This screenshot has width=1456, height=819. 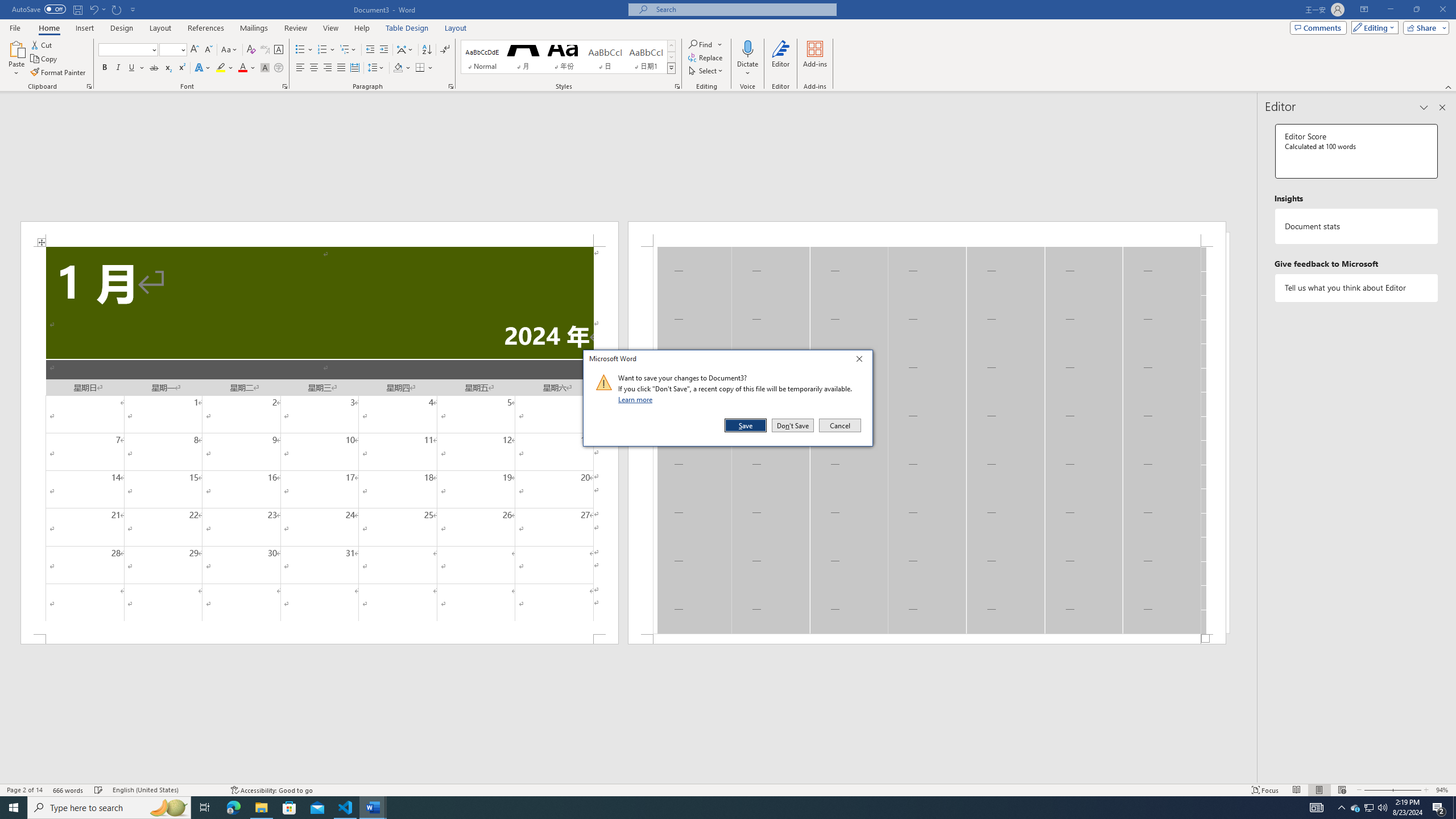 What do you see at coordinates (194, 49) in the screenshot?
I see `'Grow Font'` at bounding box center [194, 49].